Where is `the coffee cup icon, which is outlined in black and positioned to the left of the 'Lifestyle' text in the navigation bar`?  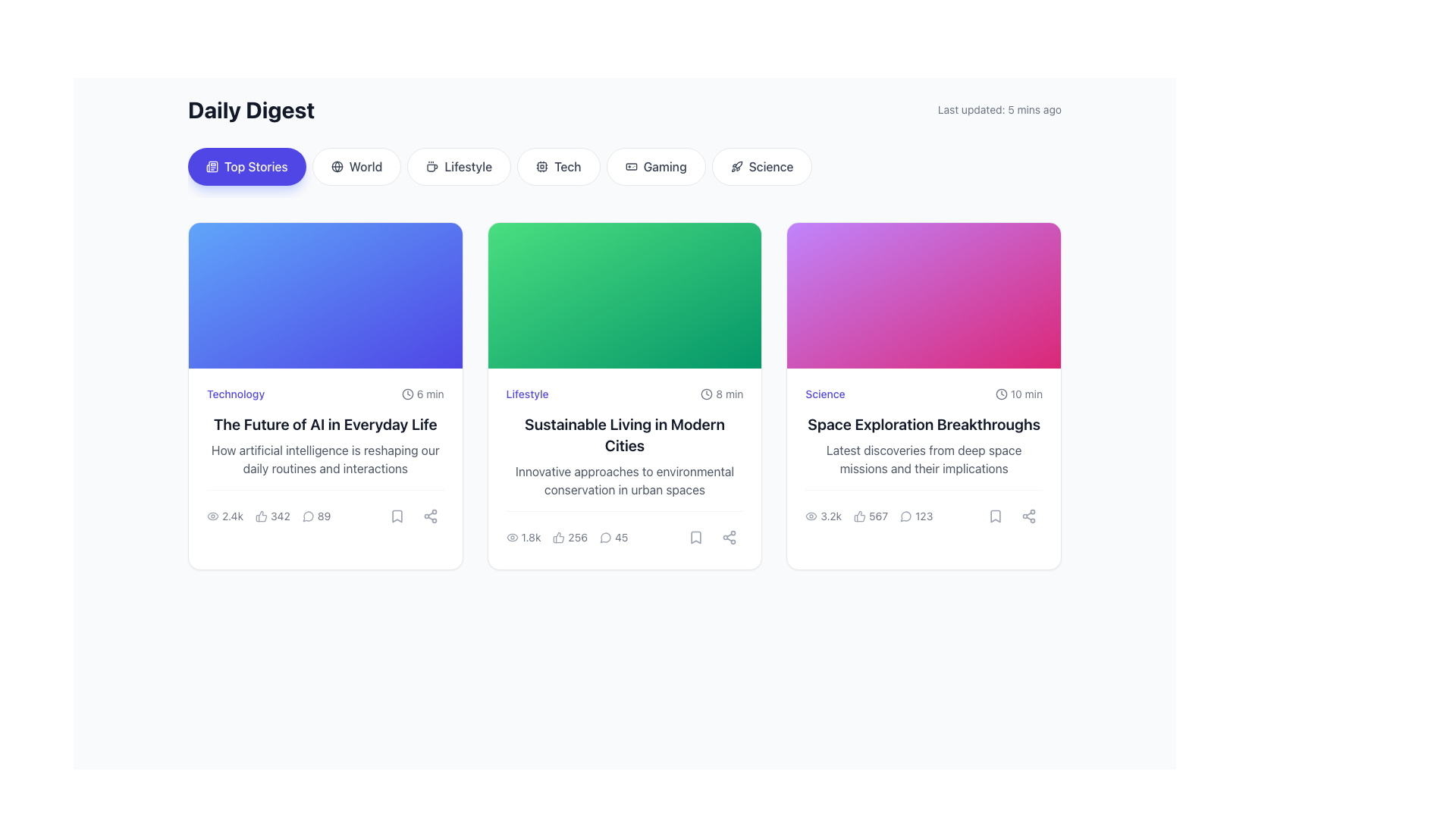
the coffee cup icon, which is outlined in black and positioned to the left of the 'Lifestyle' text in the navigation bar is located at coordinates (431, 166).